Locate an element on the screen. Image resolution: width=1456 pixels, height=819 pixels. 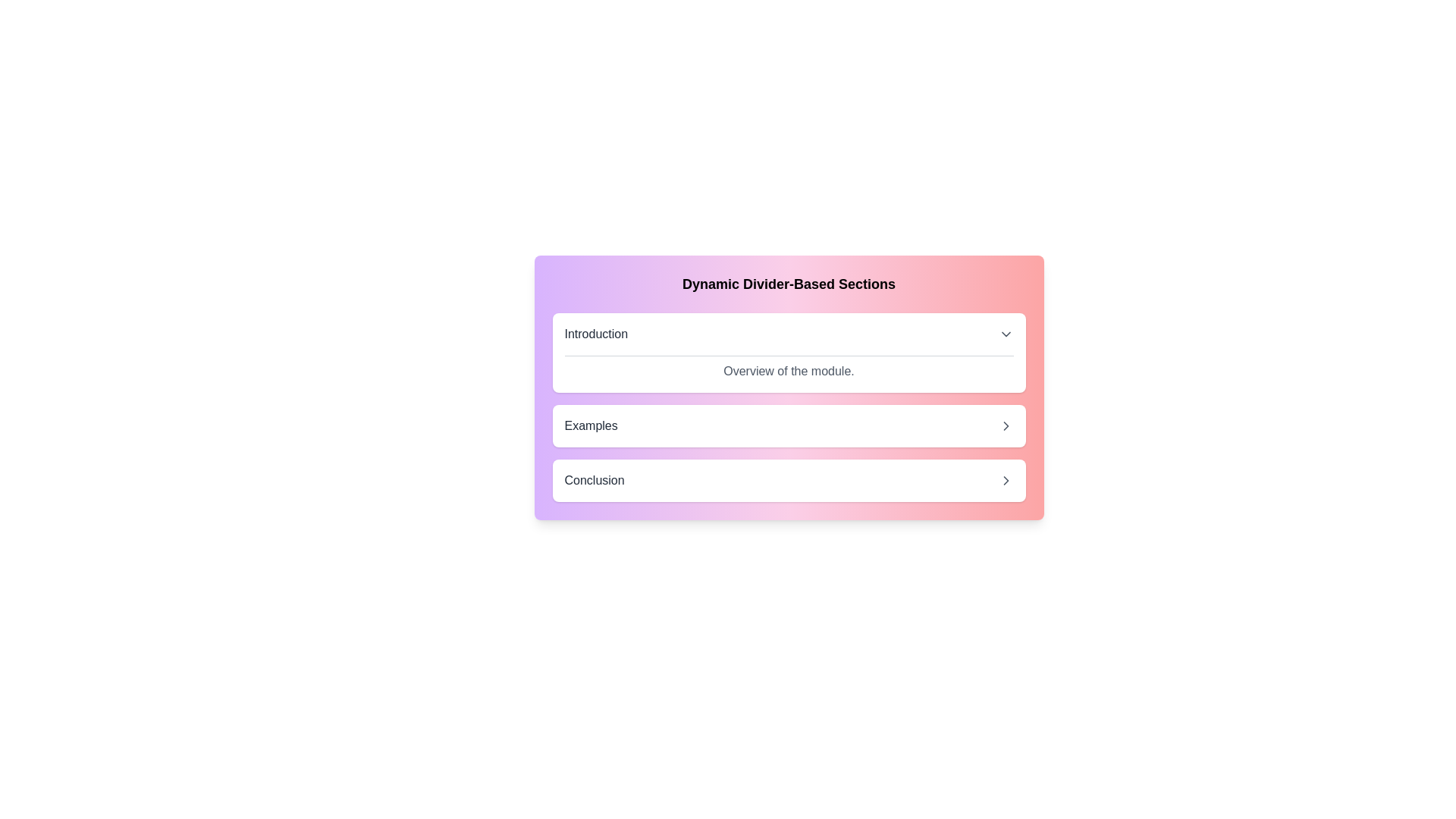
the right-facing chevron icon, which is gray and indicates a clickable section, located next to the 'Examples' label is located at coordinates (1006, 426).